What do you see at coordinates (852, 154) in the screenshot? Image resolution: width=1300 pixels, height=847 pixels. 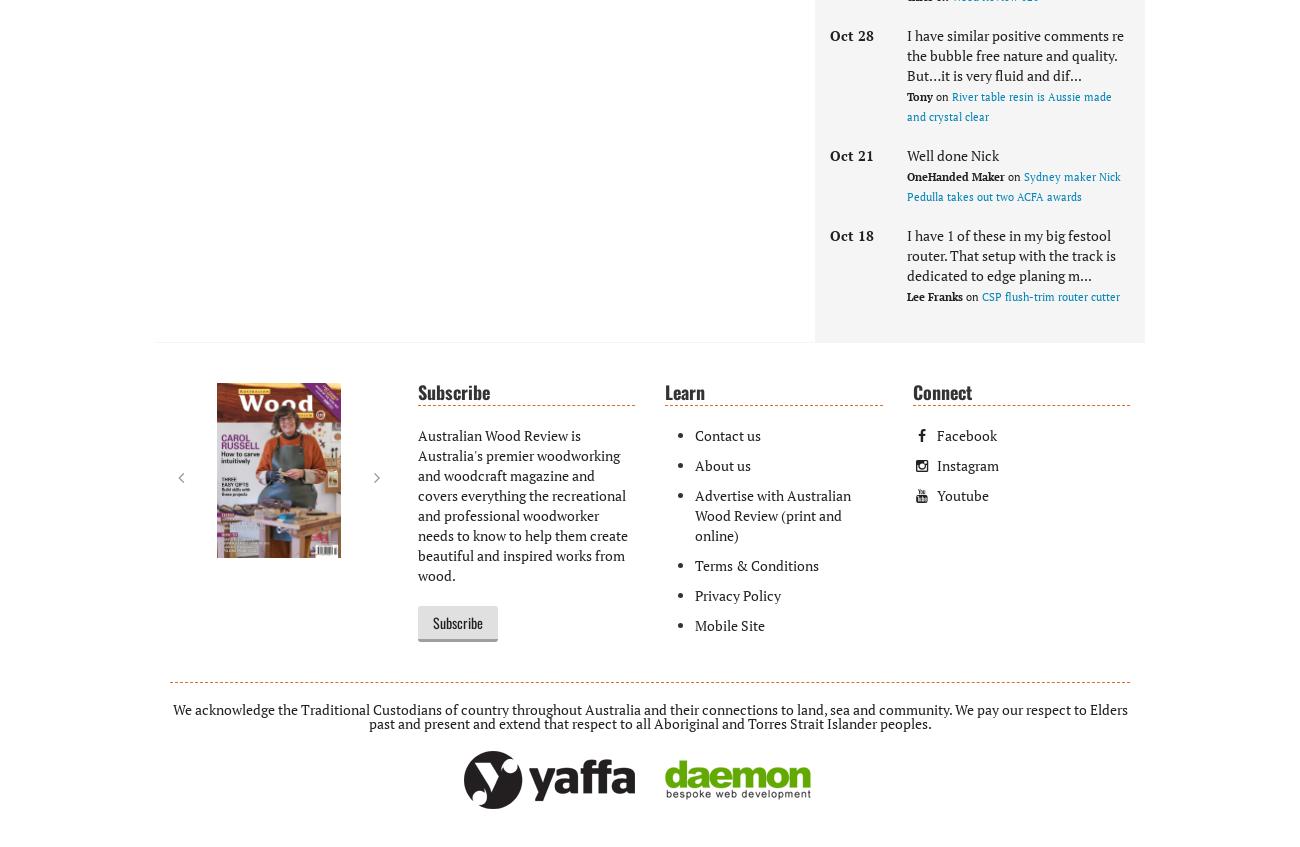 I see `'Oct 21'` at bounding box center [852, 154].